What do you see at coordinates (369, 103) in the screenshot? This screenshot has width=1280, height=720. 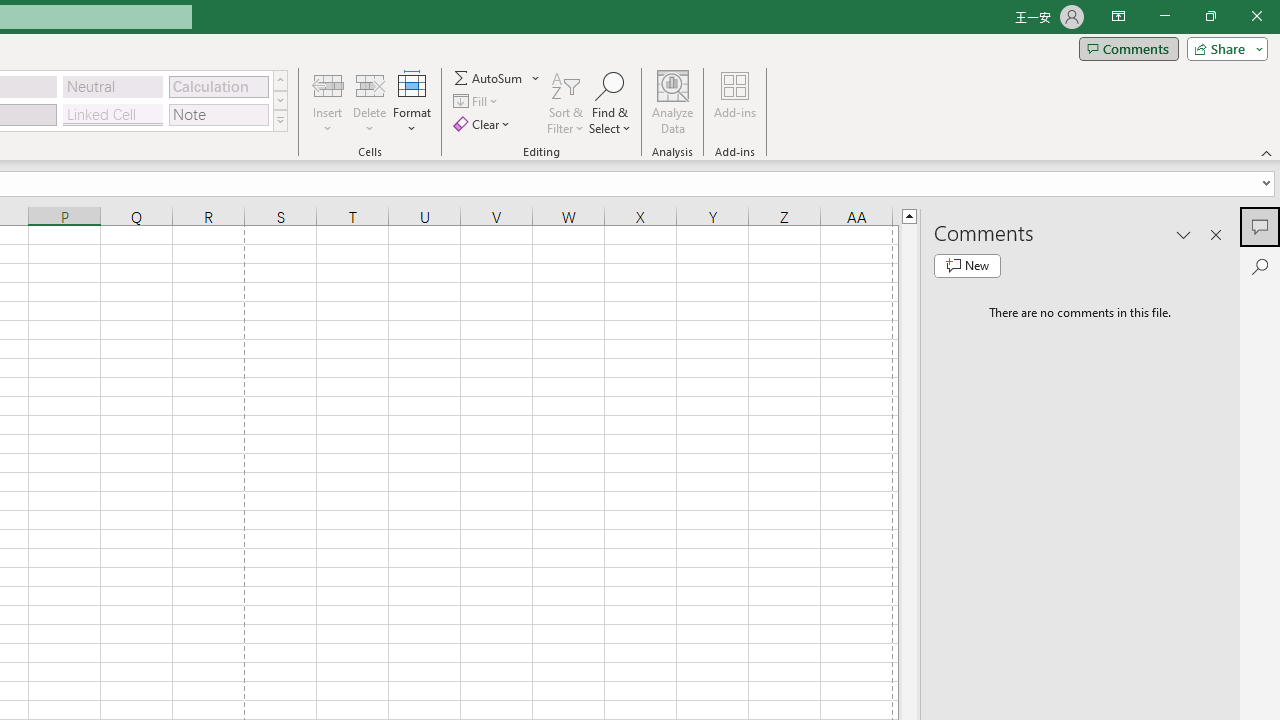 I see `'Delete'` at bounding box center [369, 103].